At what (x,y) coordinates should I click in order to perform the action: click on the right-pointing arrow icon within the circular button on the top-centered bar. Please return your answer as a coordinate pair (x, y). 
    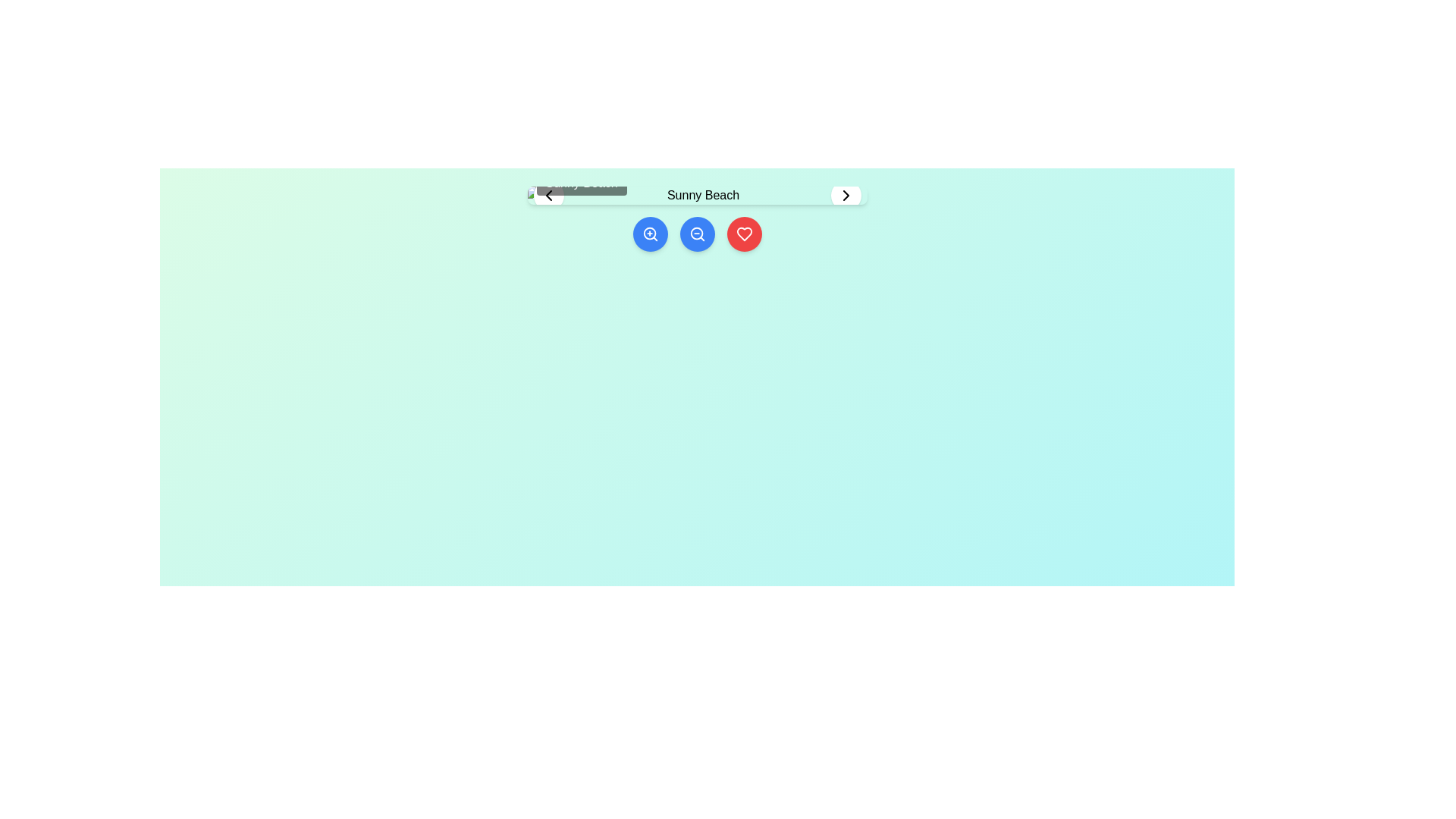
    Looking at the image, I should click on (845, 195).